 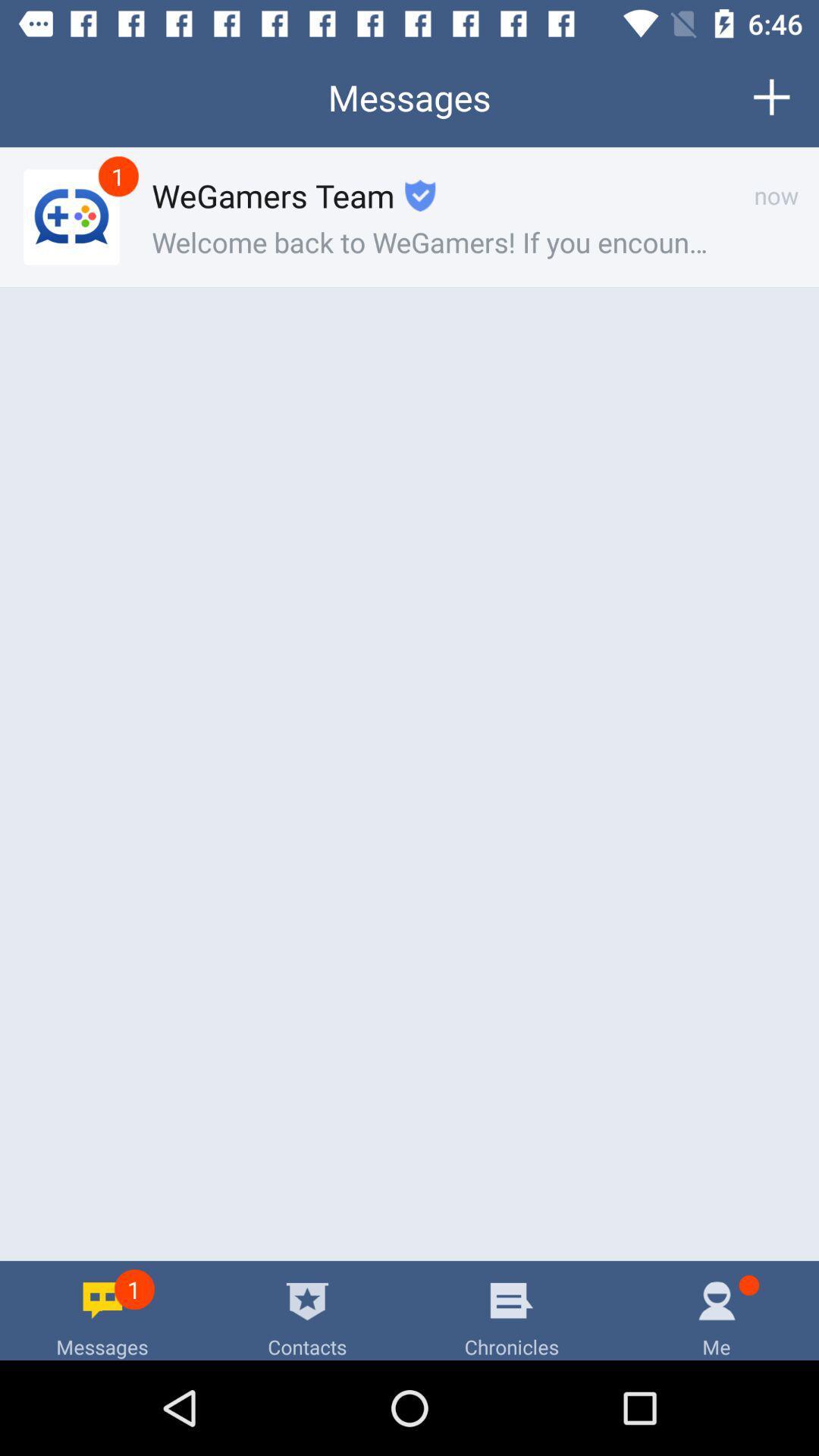 What do you see at coordinates (717, 1310) in the screenshot?
I see `the button on the bottom right corner of the web page` at bounding box center [717, 1310].